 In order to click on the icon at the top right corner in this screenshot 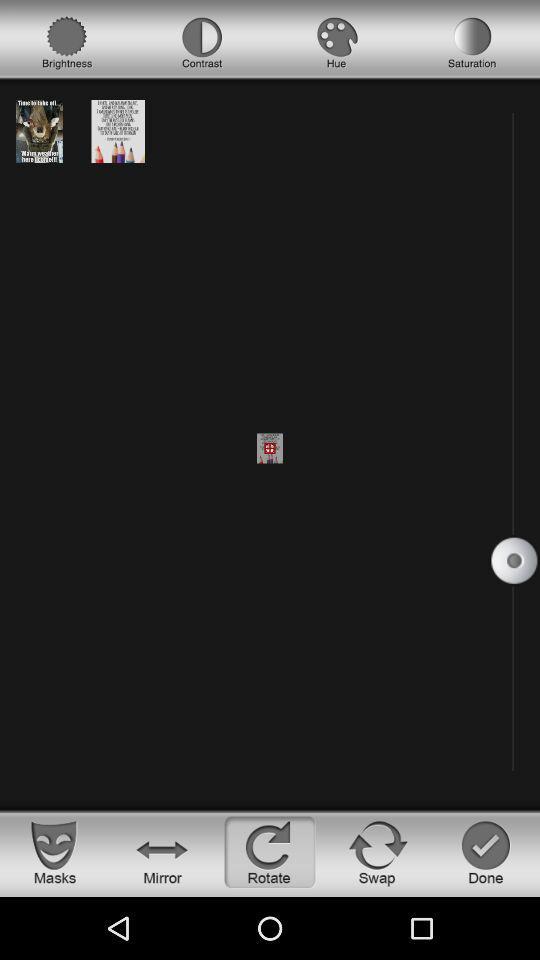, I will do `click(472, 42)`.